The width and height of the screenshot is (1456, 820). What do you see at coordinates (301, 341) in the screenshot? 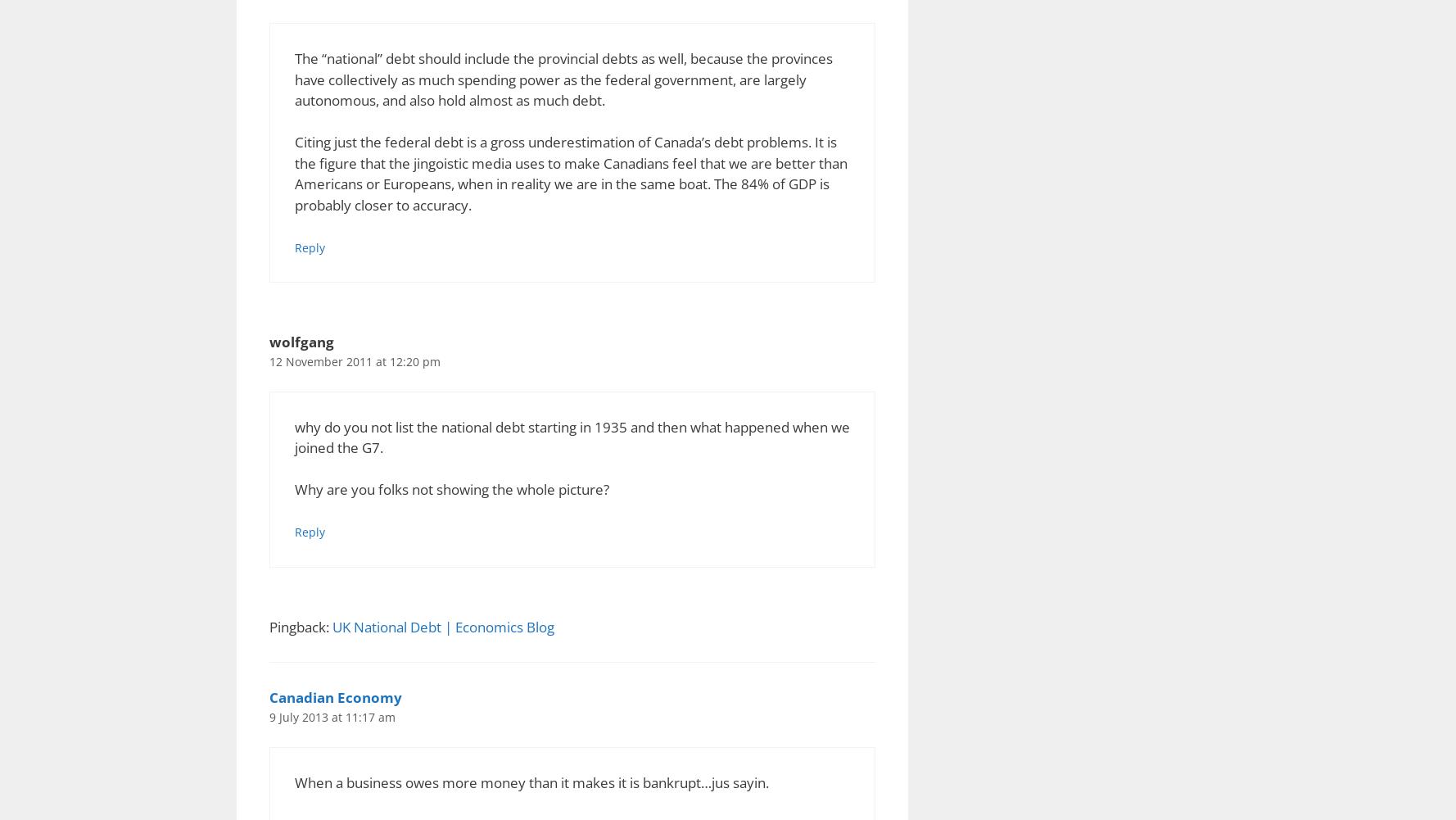
I see `'wolfgang'` at bounding box center [301, 341].